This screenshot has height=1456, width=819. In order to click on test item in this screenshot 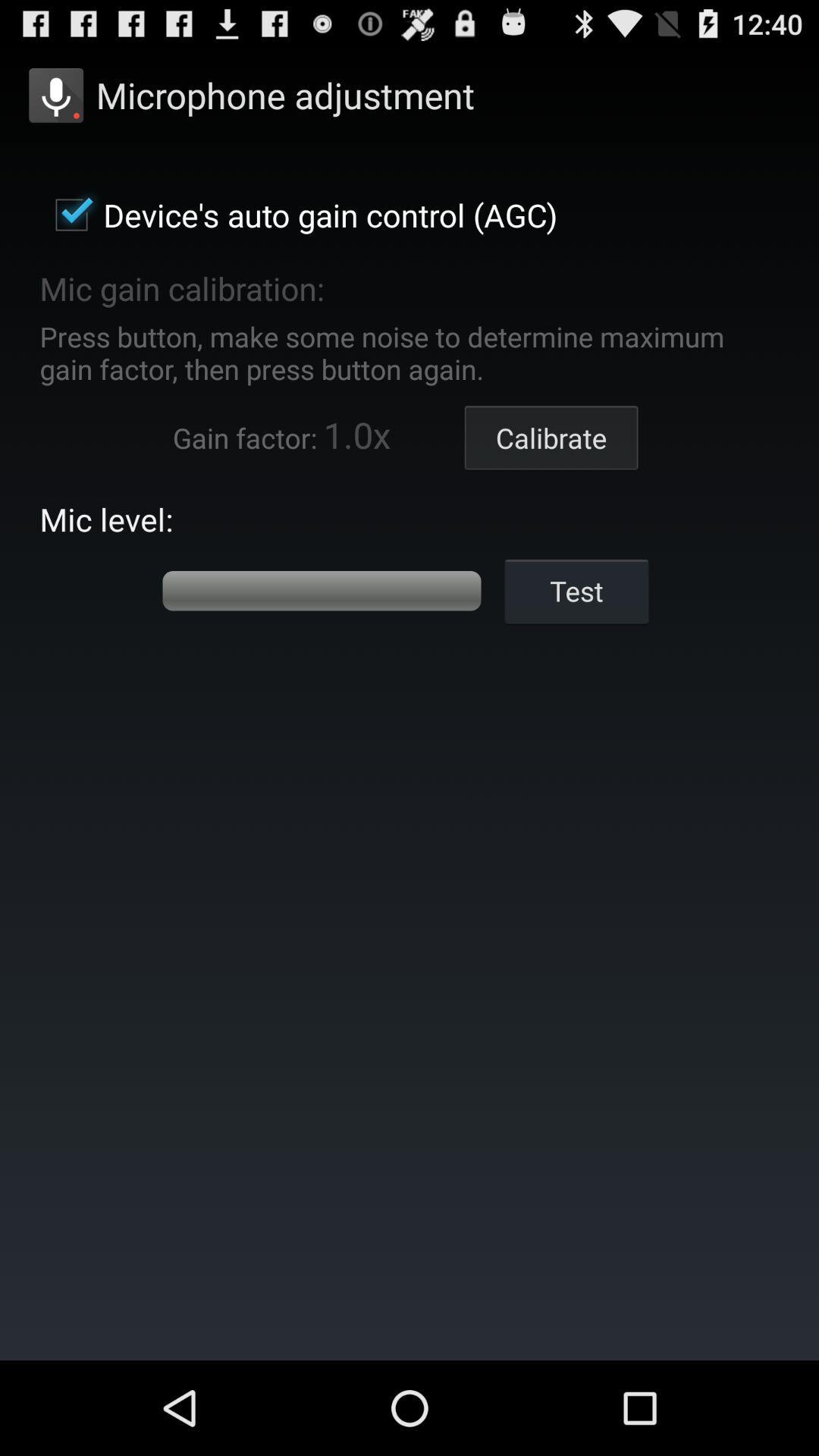, I will do `click(576, 590)`.